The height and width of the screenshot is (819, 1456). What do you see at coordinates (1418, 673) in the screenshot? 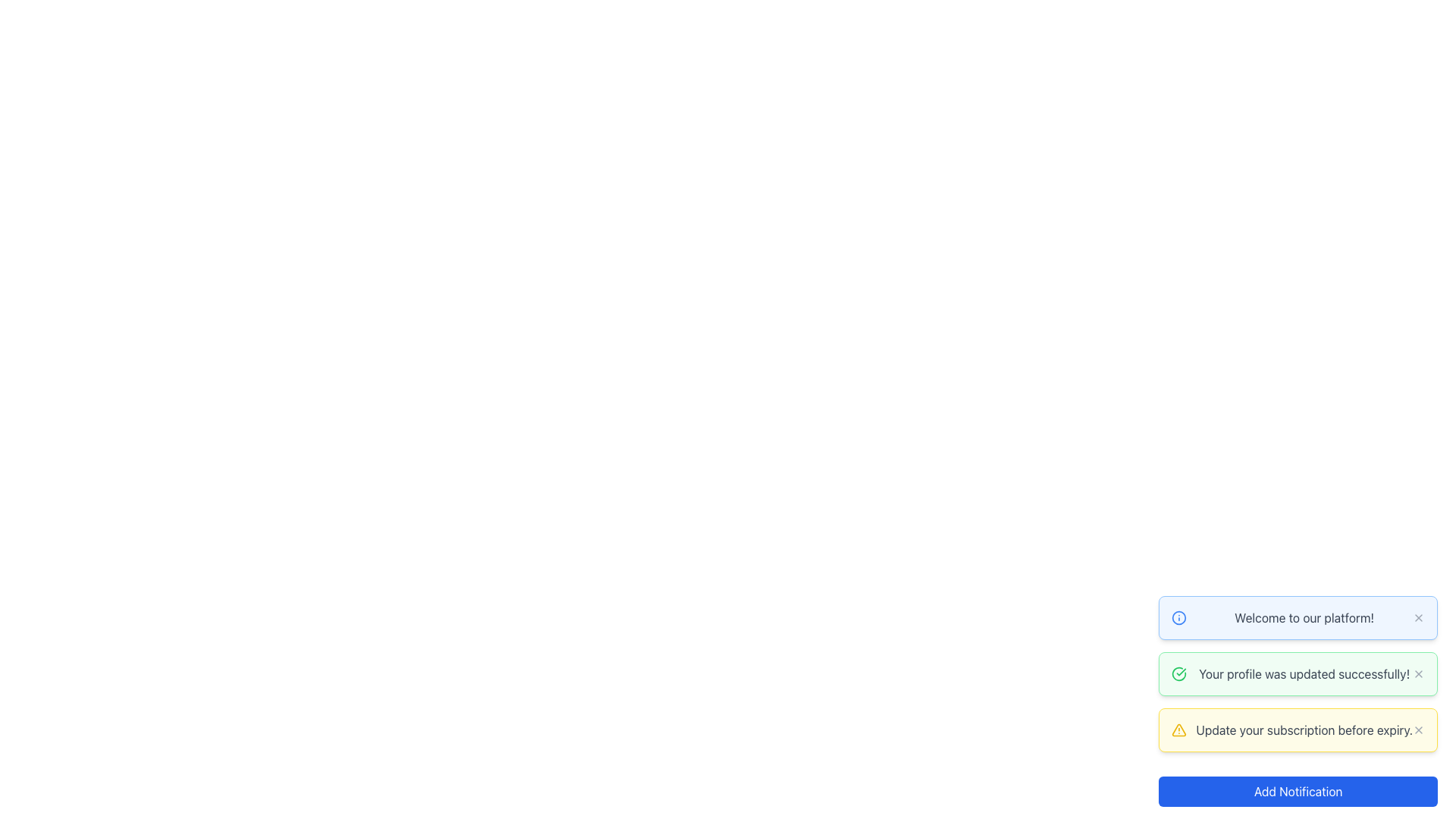
I see `the close button represented by an 'X' icon in the notification box titled 'Your profile was updated successfully!'` at bounding box center [1418, 673].